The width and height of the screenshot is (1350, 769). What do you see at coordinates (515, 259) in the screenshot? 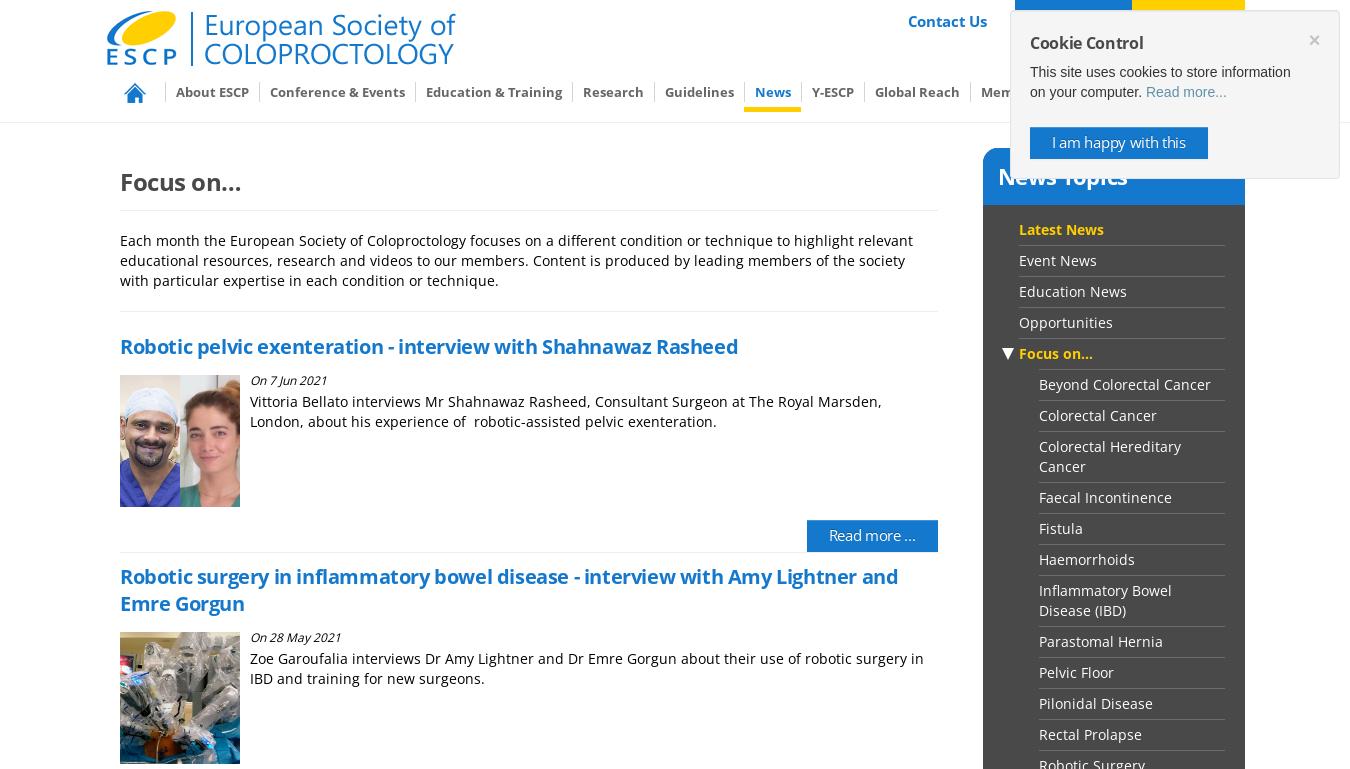
I see `'Each month the European Society of Coloproctology focuses on a different condition or technique to highlight relevant educational resources, research and videos to our members. Content is produced by leading members of the society with particular expertise in each condition or technique.'` at bounding box center [515, 259].